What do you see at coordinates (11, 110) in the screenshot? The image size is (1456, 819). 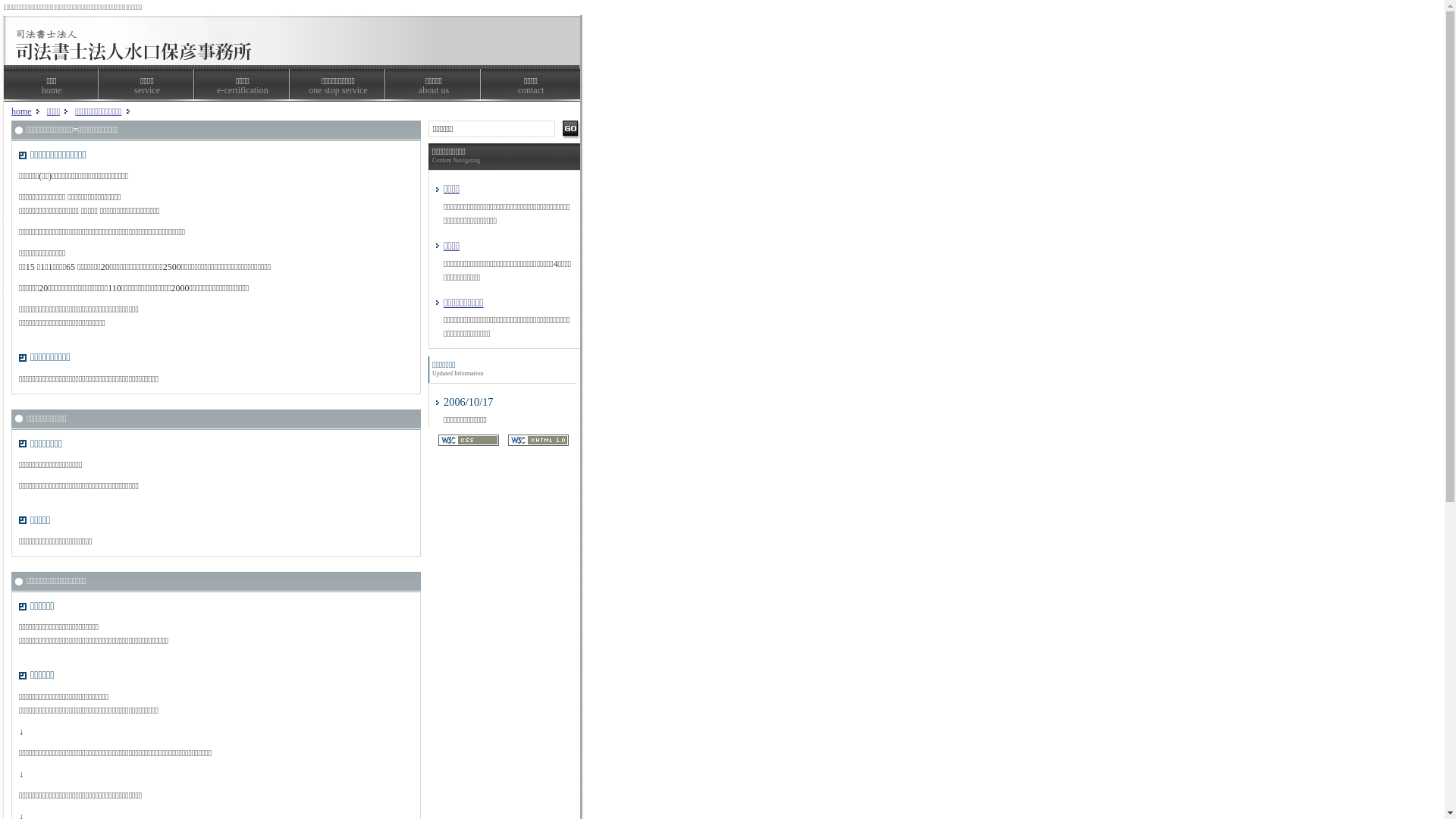 I see `'home'` at bounding box center [11, 110].